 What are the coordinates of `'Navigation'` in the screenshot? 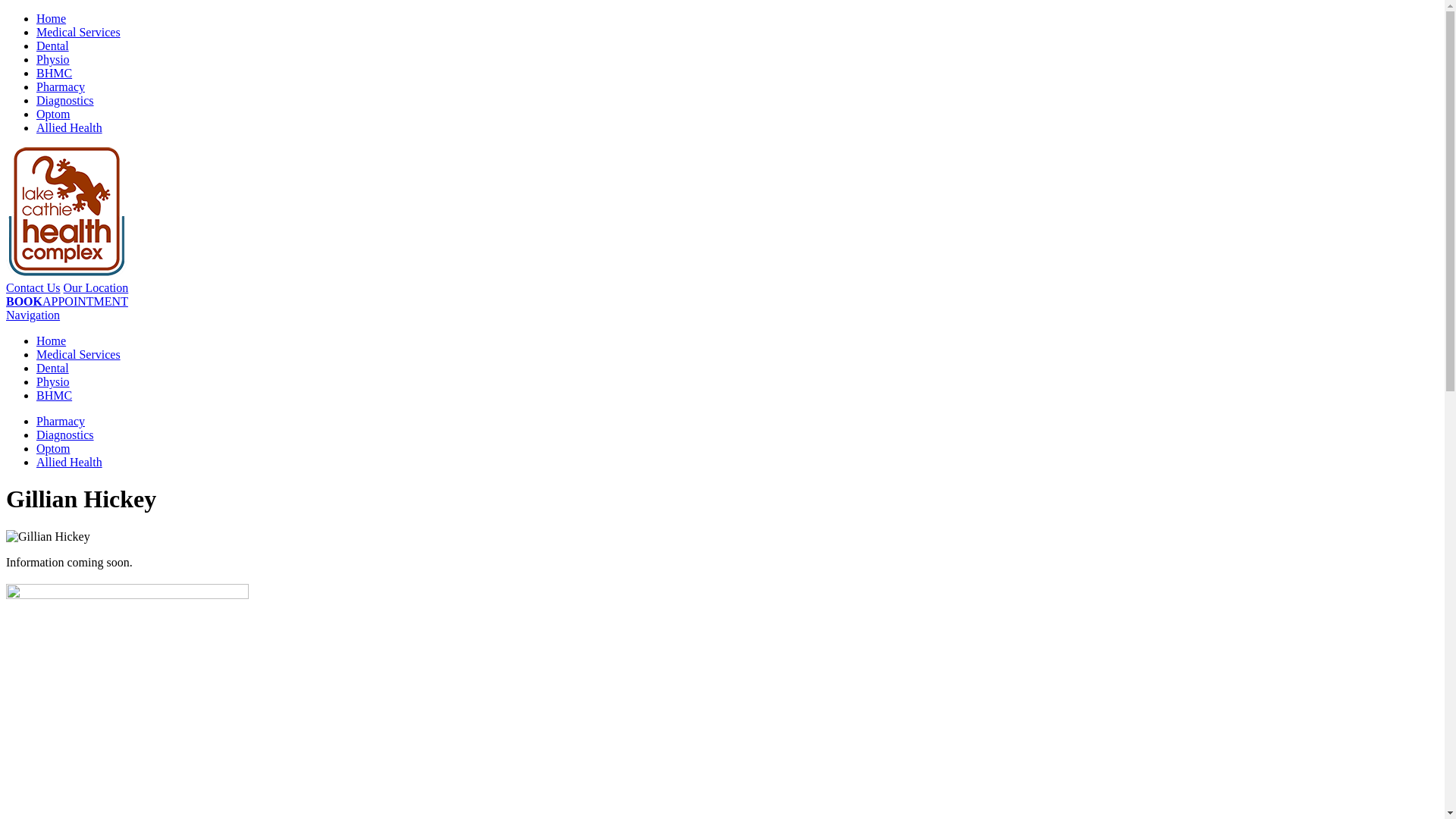 It's located at (33, 314).